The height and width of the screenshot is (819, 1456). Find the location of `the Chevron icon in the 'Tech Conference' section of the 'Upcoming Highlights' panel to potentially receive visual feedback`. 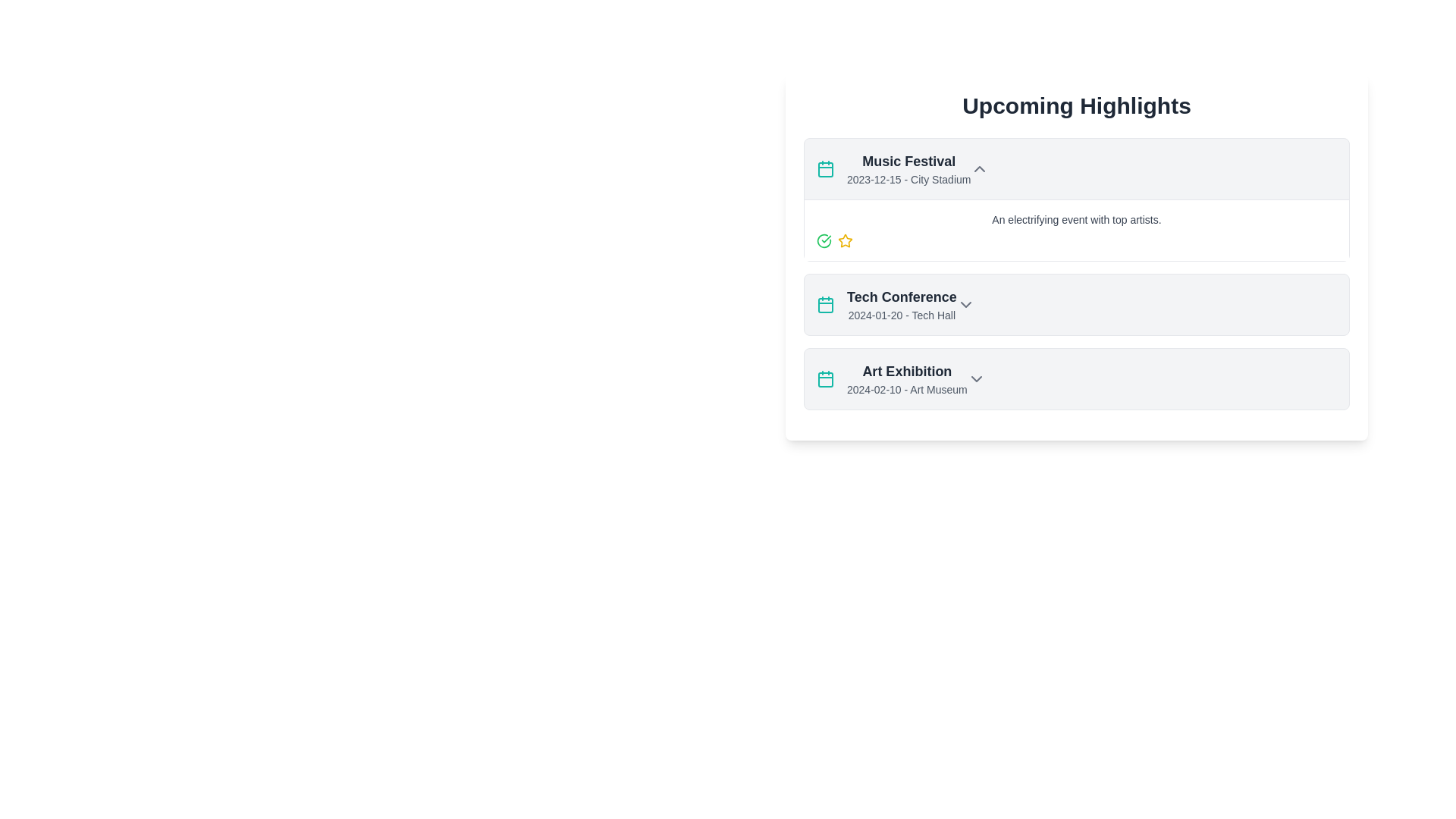

the Chevron icon in the 'Tech Conference' section of the 'Upcoming Highlights' panel to potentially receive visual feedback is located at coordinates (965, 304).